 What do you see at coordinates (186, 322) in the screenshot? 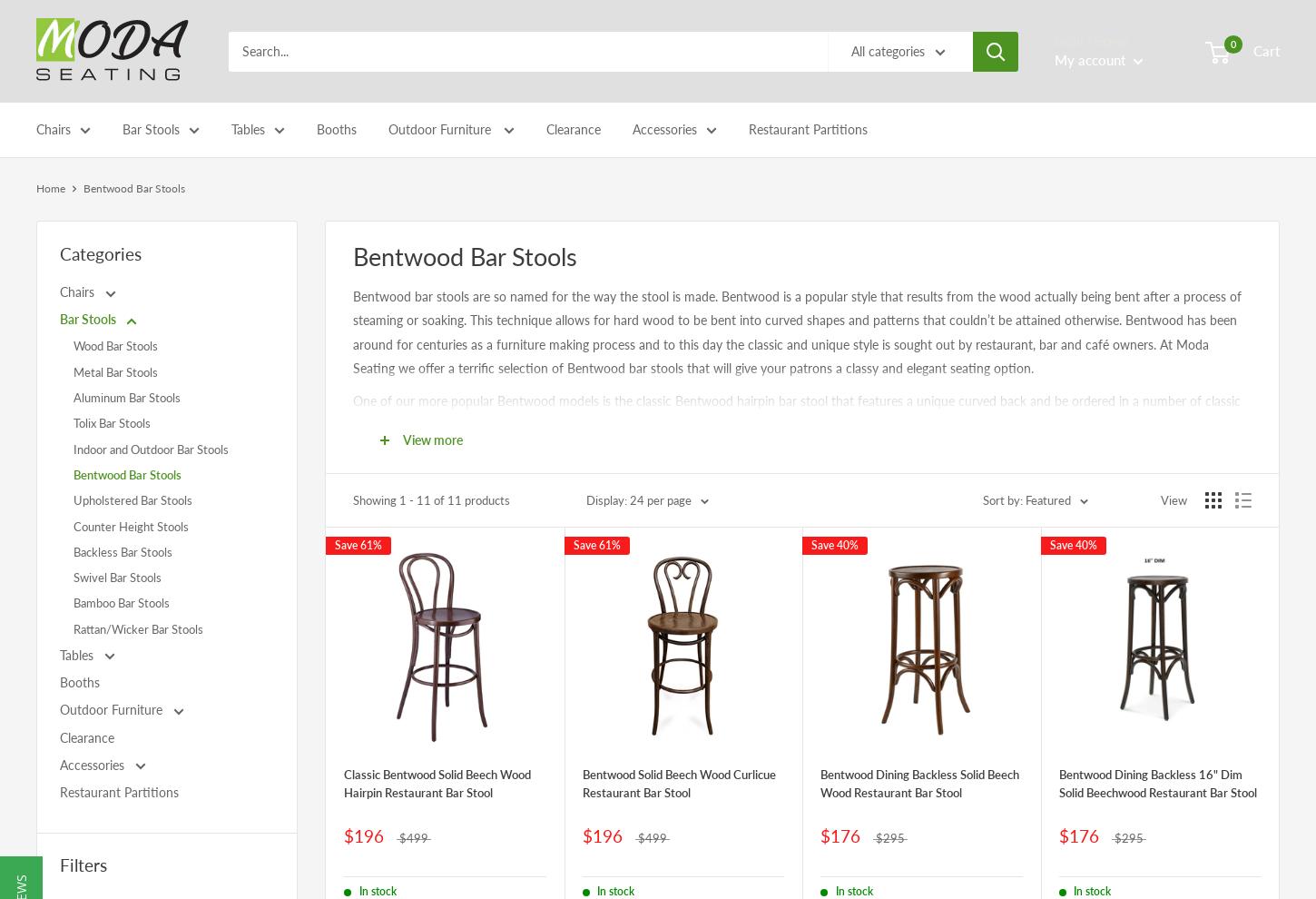
I see `'Bentwood Bar Stools'` at bounding box center [186, 322].